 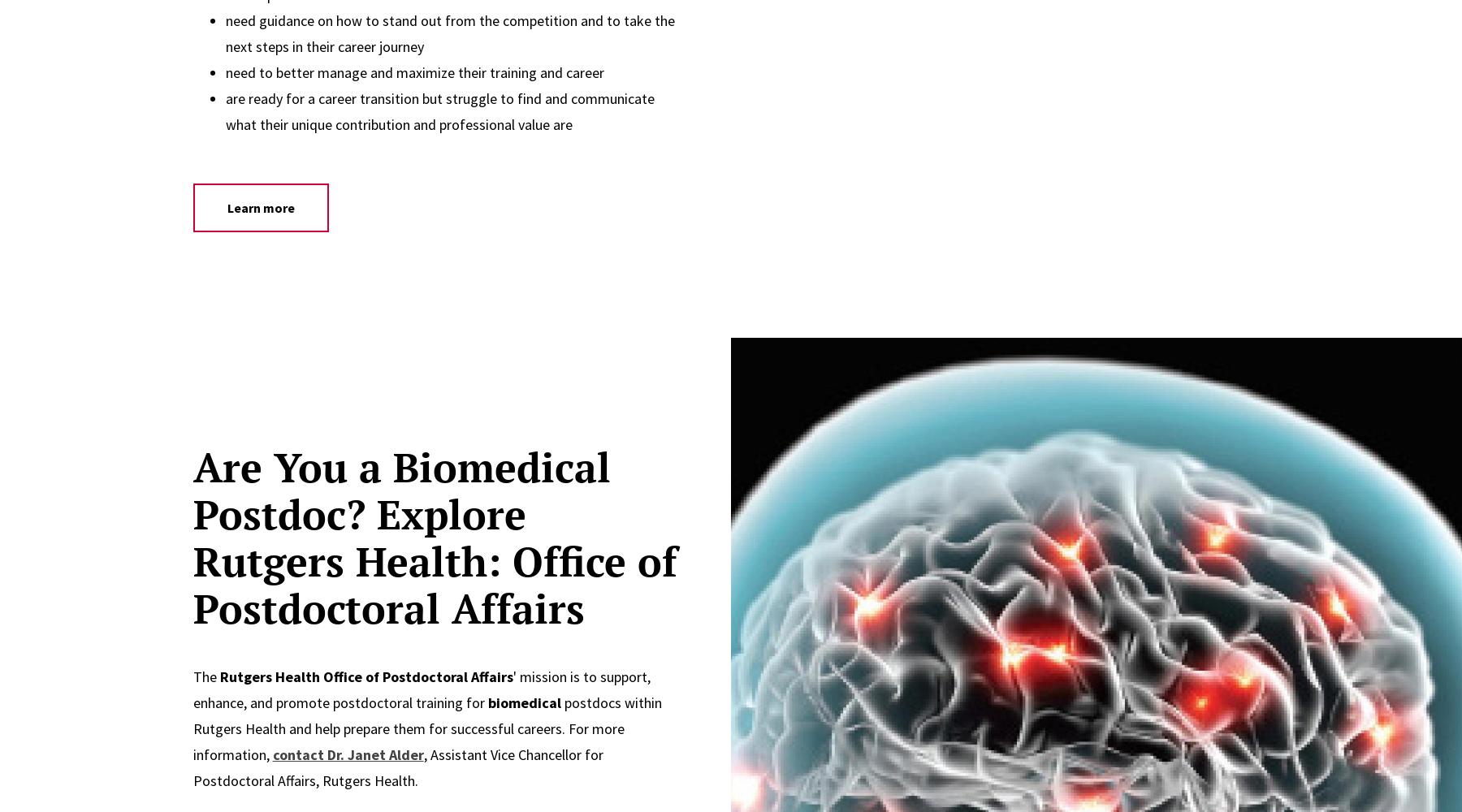 I want to click on 'Rutgers Health Office of Postdoctoral Affairs', so click(x=365, y=676).